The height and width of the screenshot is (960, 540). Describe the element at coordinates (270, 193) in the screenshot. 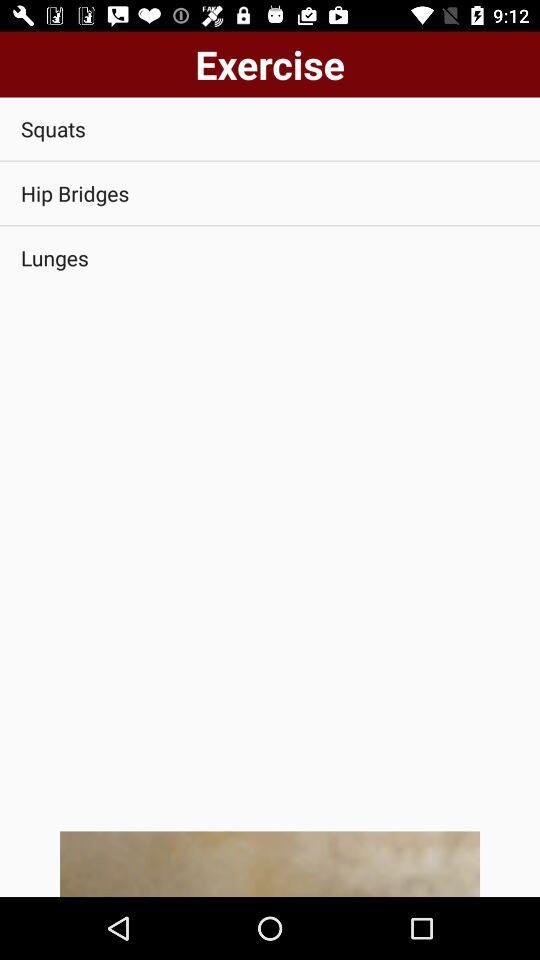

I see `app below squats icon` at that location.